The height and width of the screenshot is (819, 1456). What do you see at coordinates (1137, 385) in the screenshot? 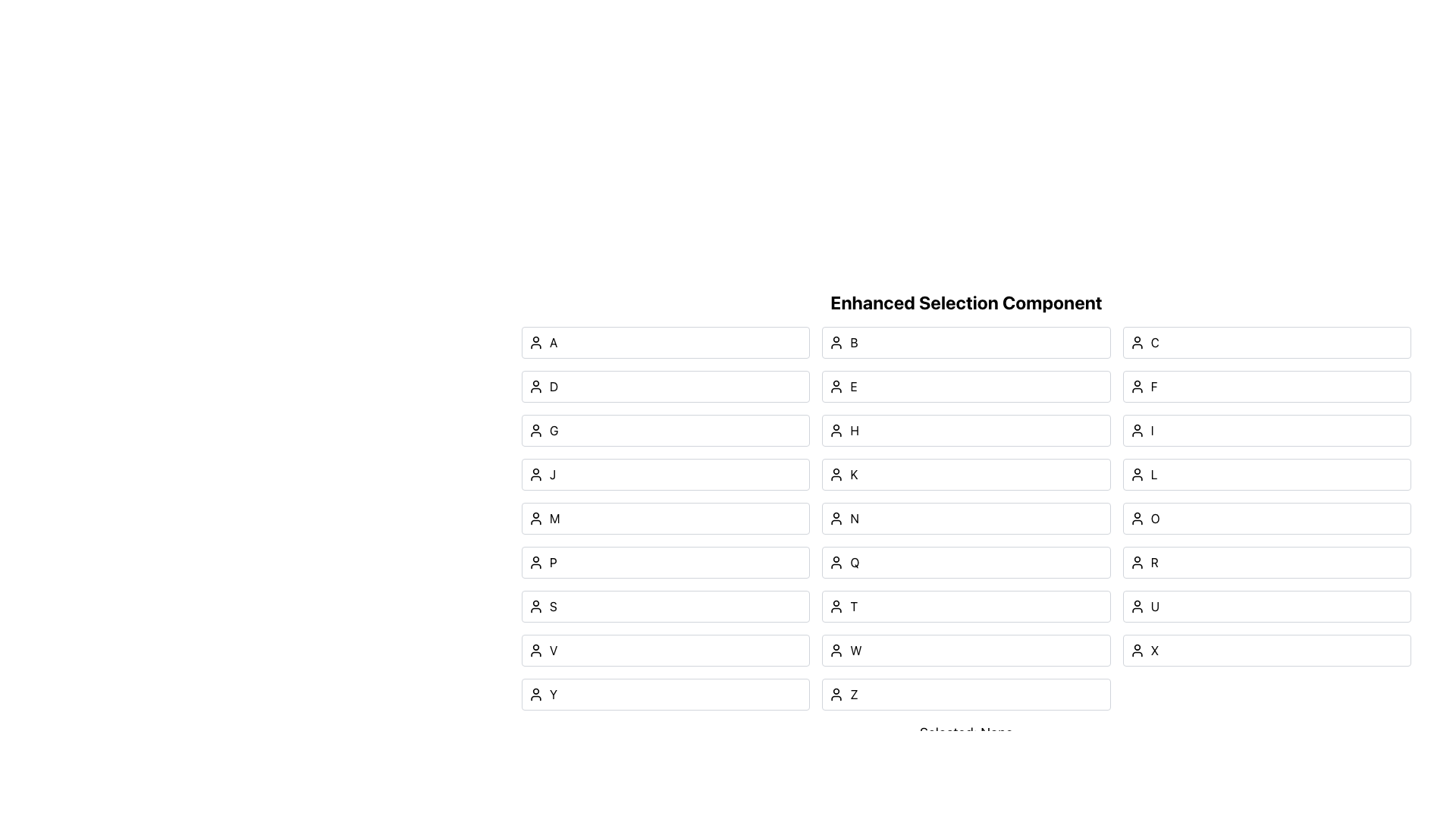
I see `the user or profile symbol icon associated with the 'F' label located in the second row and third column of the Enhanced Selection Component grid` at bounding box center [1137, 385].